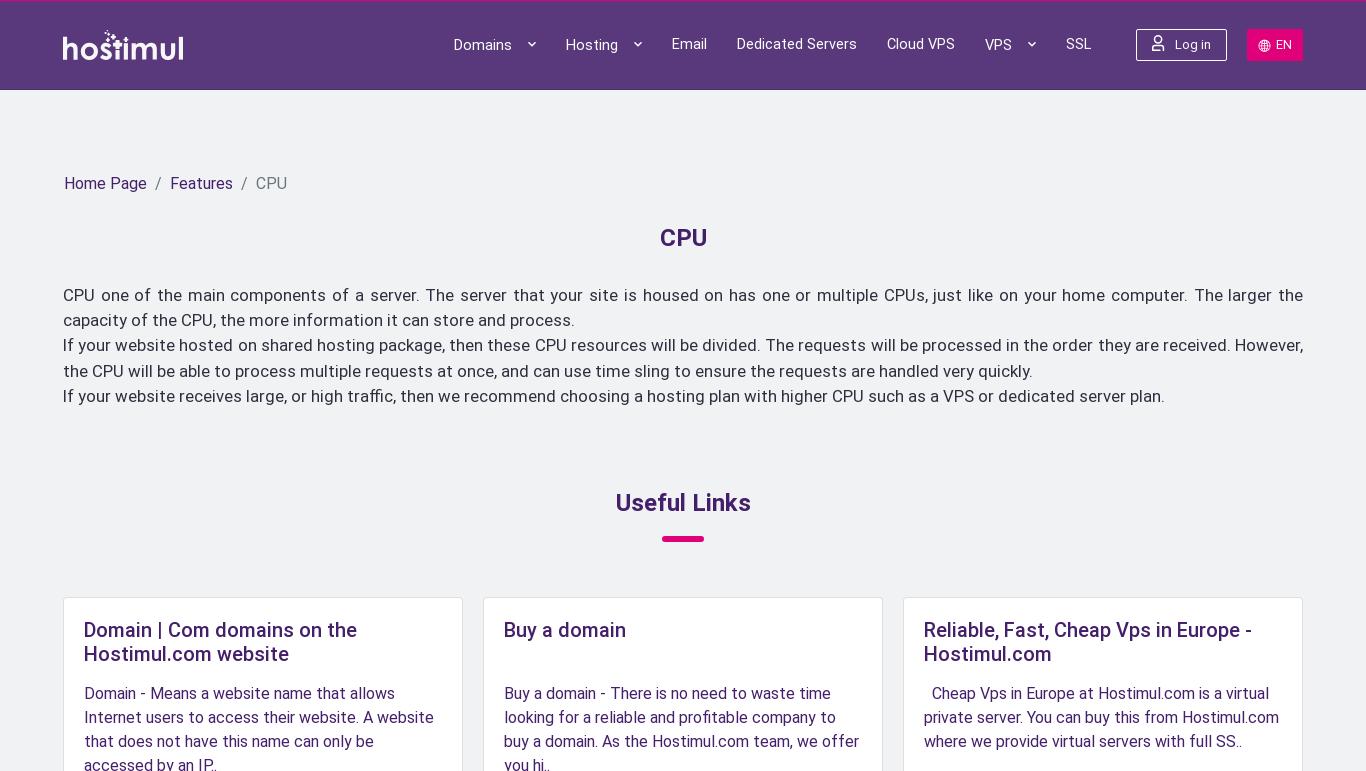 The width and height of the screenshot is (1366, 771). Describe the element at coordinates (1087, 641) in the screenshot. I see `'Reliable, Fast, Cheap Vps in Europe - Hostimul.com'` at that location.